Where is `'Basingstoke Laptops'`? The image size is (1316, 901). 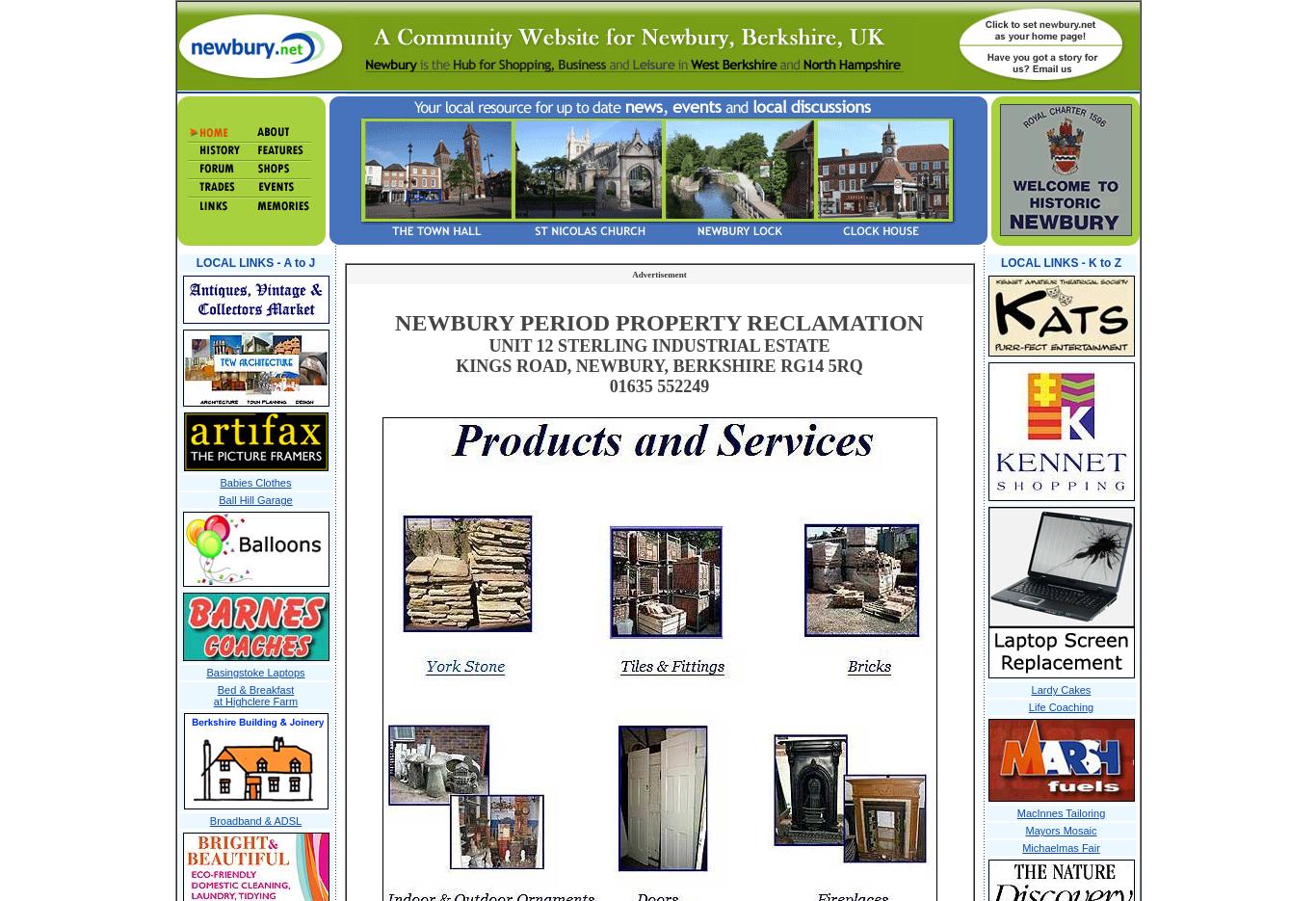 'Basingstoke Laptops' is located at coordinates (205, 671).